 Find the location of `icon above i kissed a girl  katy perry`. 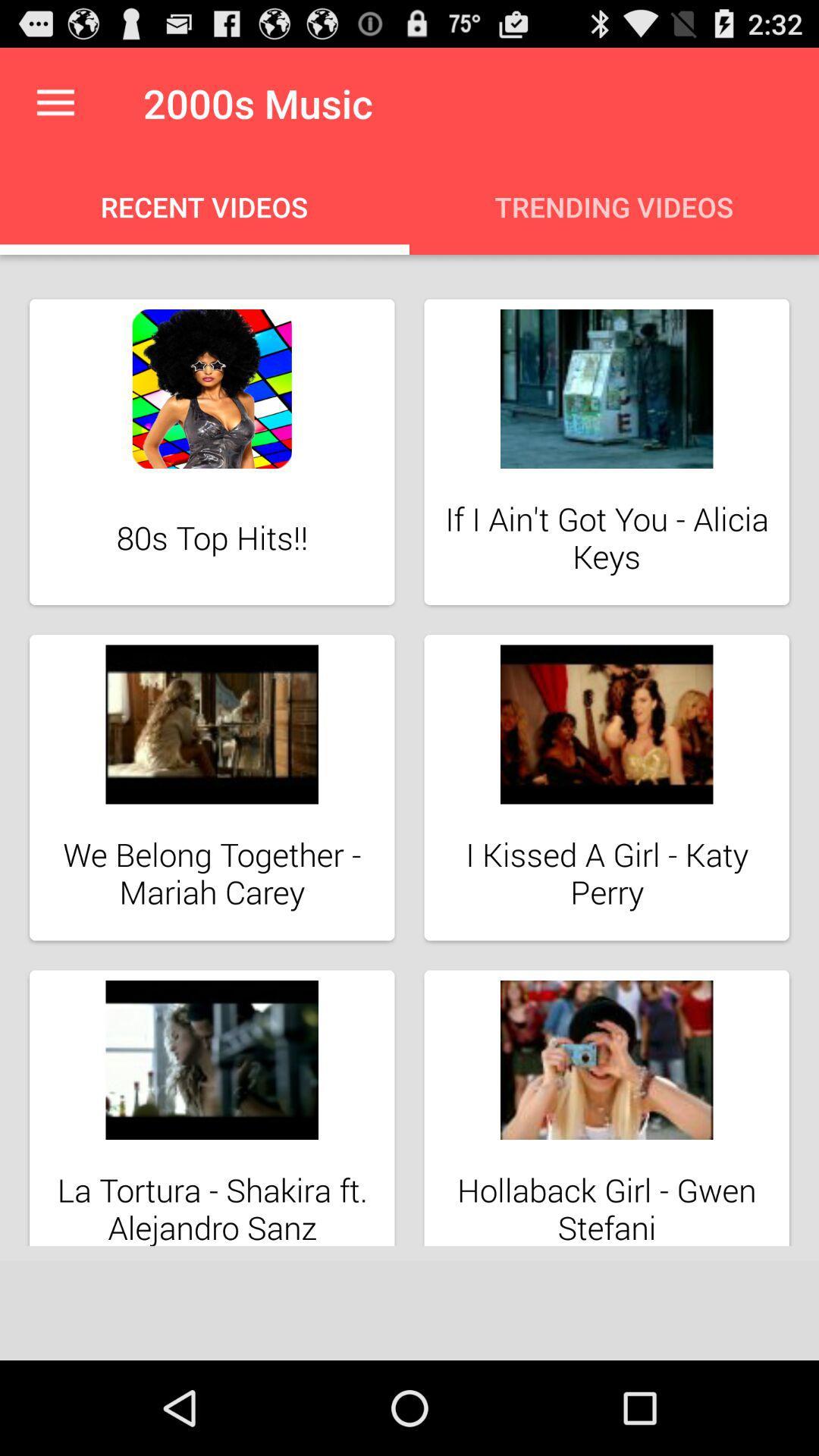

icon above i kissed a girl  katy perry is located at coordinates (606, 723).